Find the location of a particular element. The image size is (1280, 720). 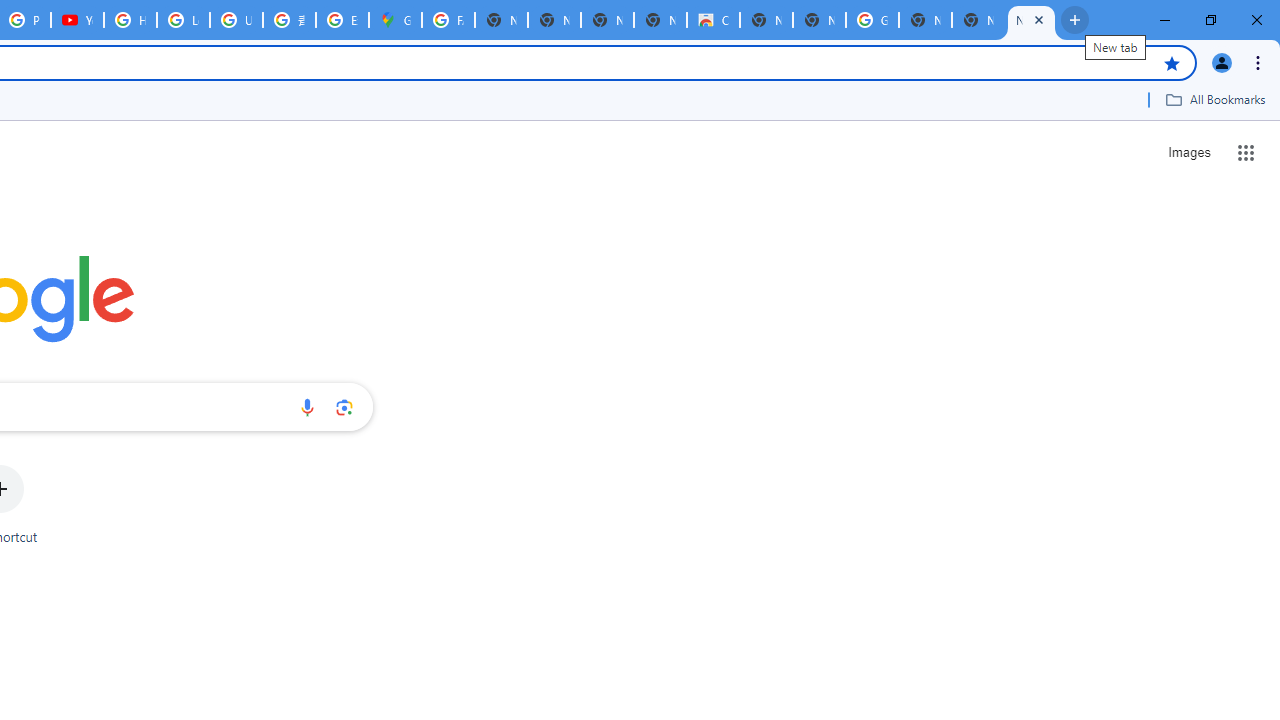

'All Bookmarks' is located at coordinates (1214, 99).